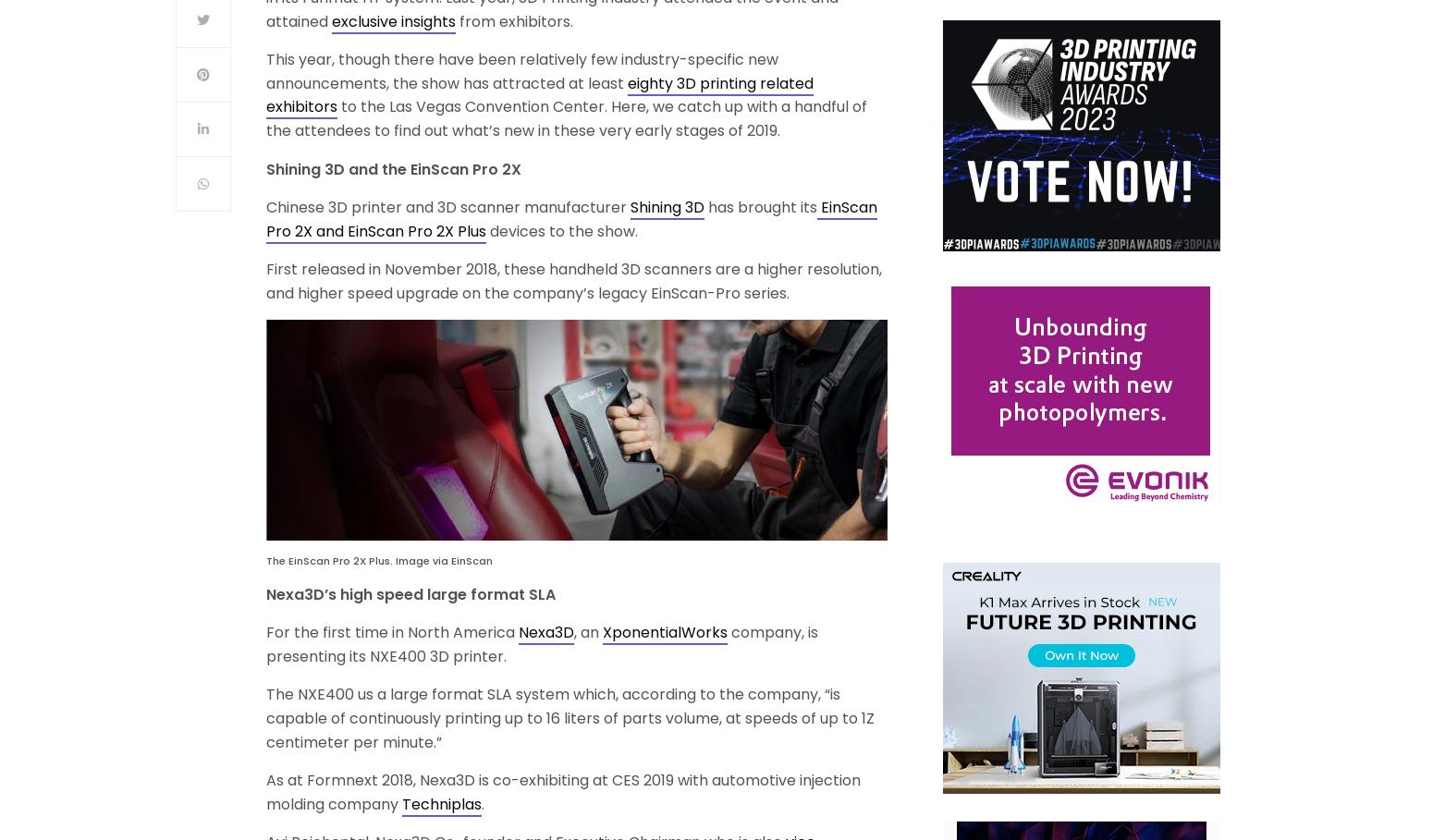 Image resolution: width=1433 pixels, height=840 pixels. Describe the element at coordinates (665, 632) in the screenshot. I see `'XponentialWorks'` at that location.